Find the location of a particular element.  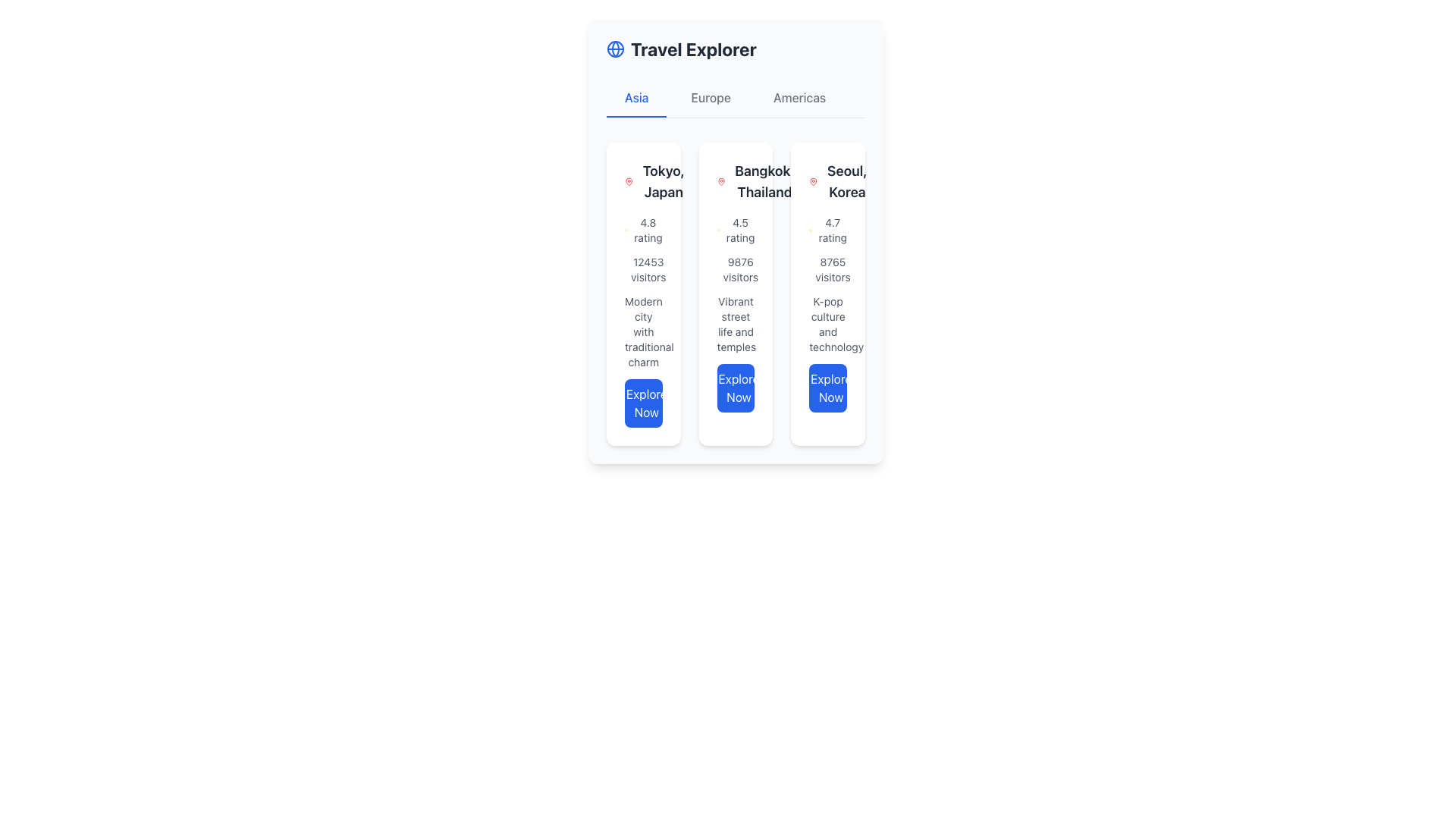

the 'Europe' tab in the horizontal navigation bar to change its text appearance is located at coordinates (710, 99).